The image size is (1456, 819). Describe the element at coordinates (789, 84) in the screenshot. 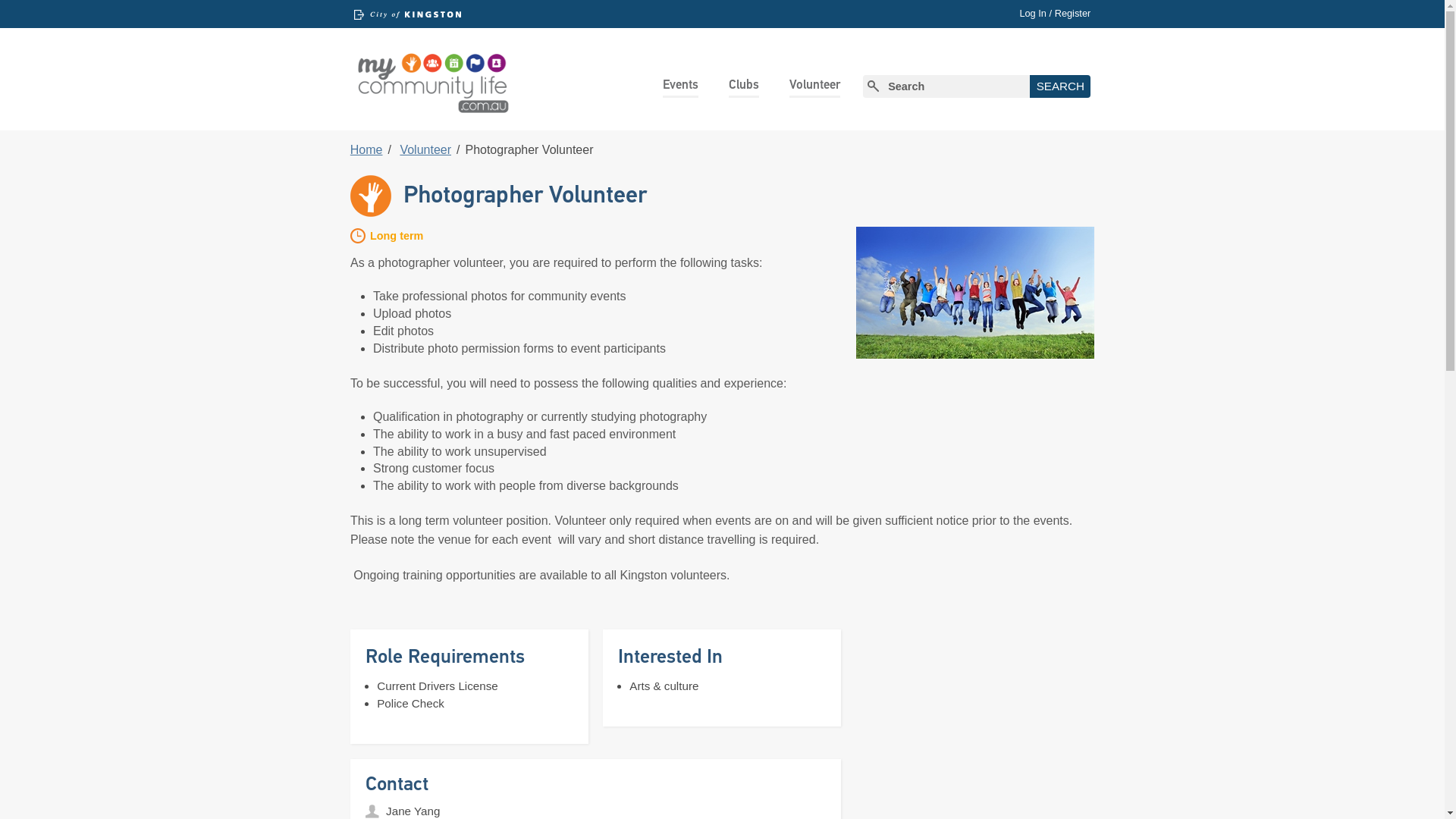

I see `'Volunteer'` at that location.